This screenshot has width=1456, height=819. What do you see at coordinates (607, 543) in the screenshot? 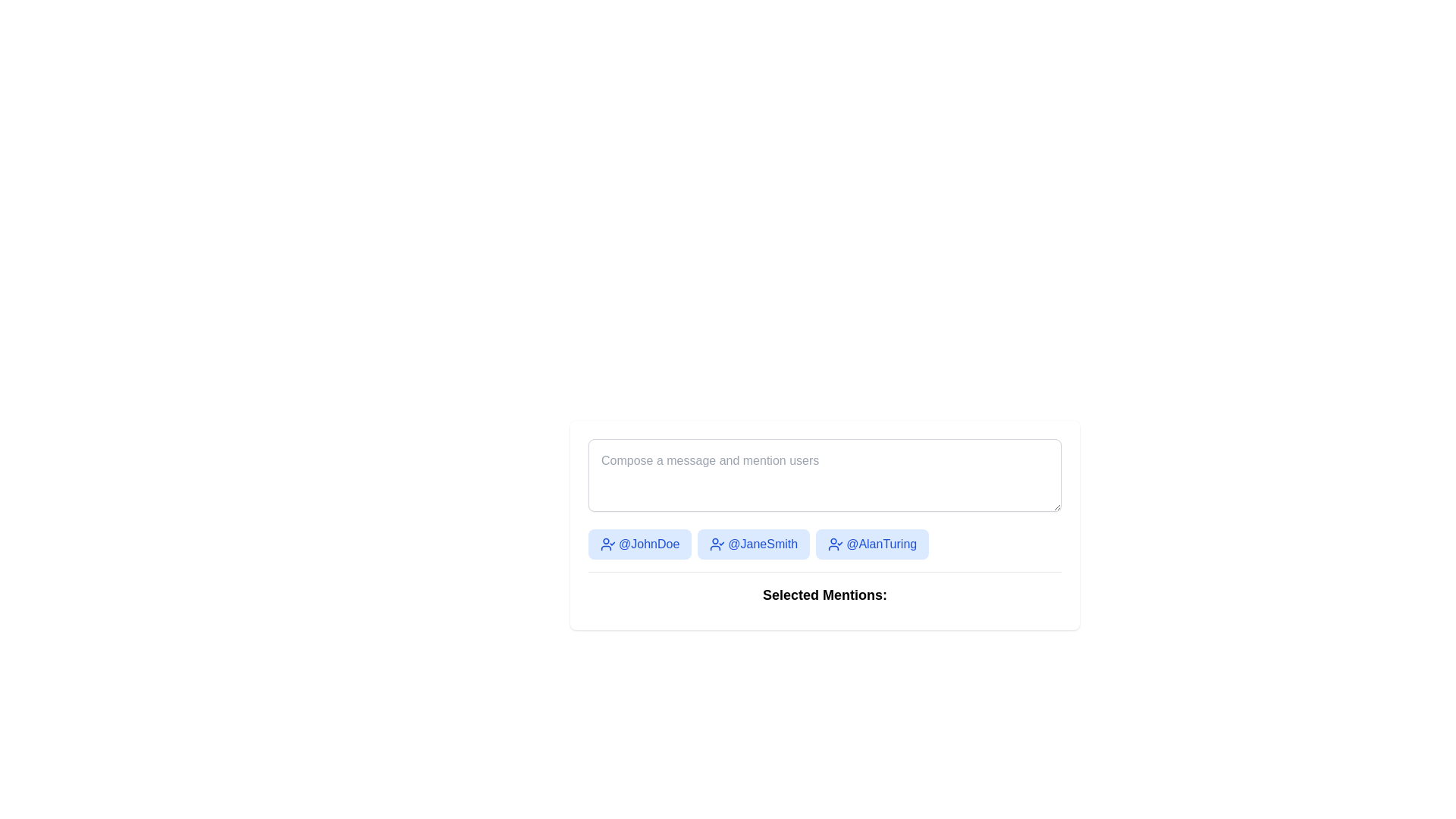
I see `the user profile picture silhouette icon with a check mark overlay, which is styled with a blue outline and located next to the text '@JohnDoe' in the mention tags` at bounding box center [607, 543].